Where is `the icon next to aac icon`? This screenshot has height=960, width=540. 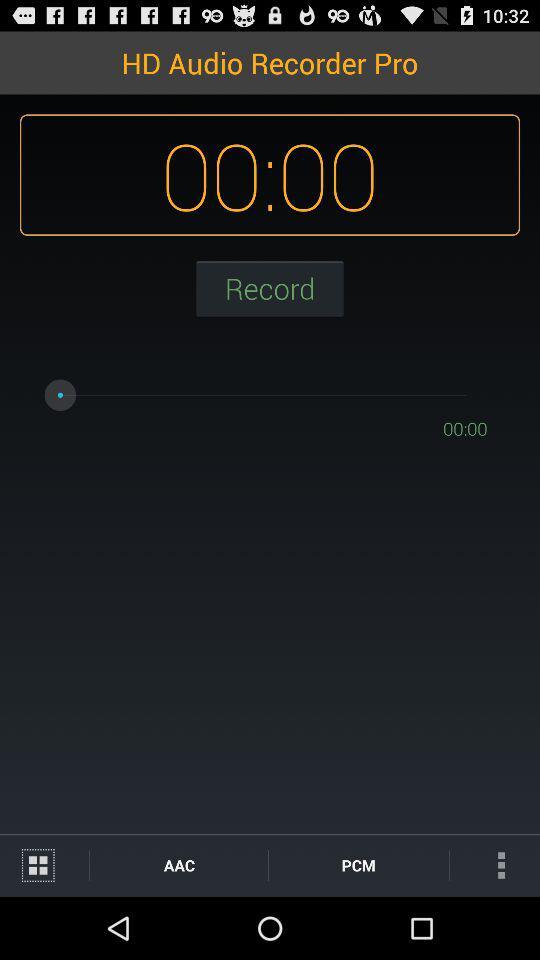
the icon next to aac icon is located at coordinates (44, 864).